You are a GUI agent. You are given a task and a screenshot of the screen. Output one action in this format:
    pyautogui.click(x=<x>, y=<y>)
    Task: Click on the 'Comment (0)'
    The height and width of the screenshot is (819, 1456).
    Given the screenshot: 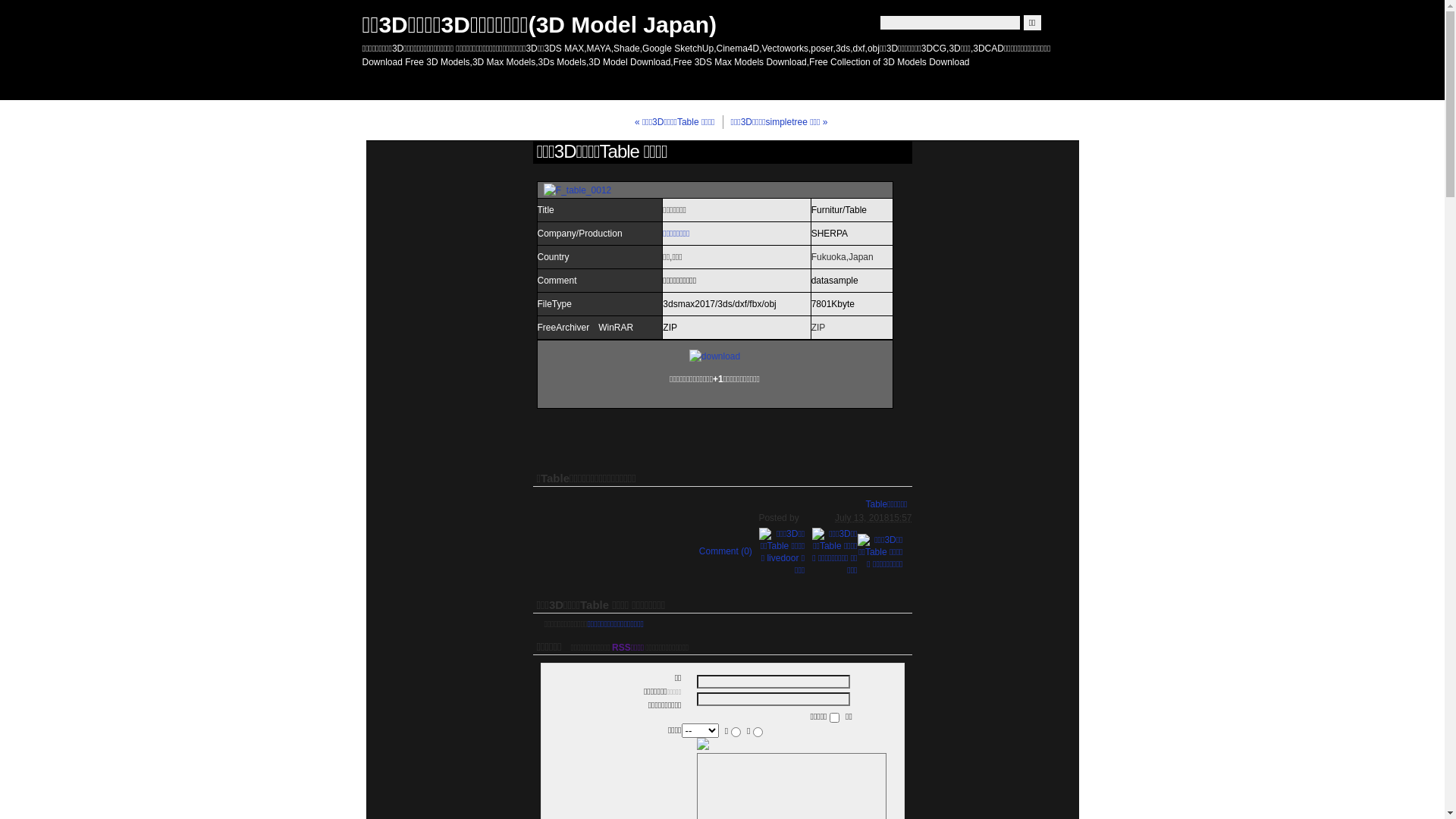 What is the action you would take?
    pyautogui.click(x=717, y=551)
    